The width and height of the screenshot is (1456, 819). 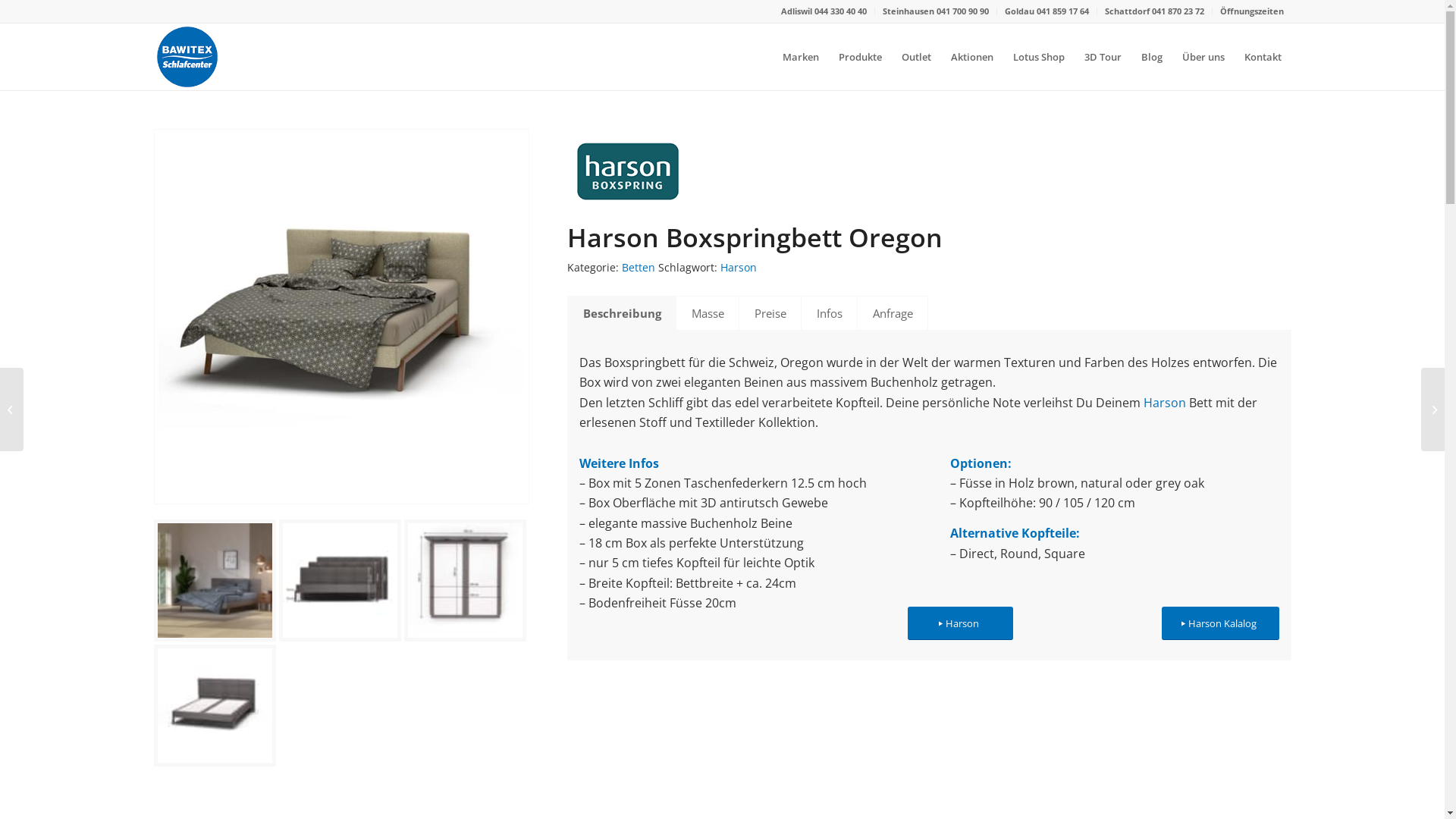 What do you see at coordinates (827, 55) in the screenshot?
I see `'Produkte'` at bounding box center [827, 55].